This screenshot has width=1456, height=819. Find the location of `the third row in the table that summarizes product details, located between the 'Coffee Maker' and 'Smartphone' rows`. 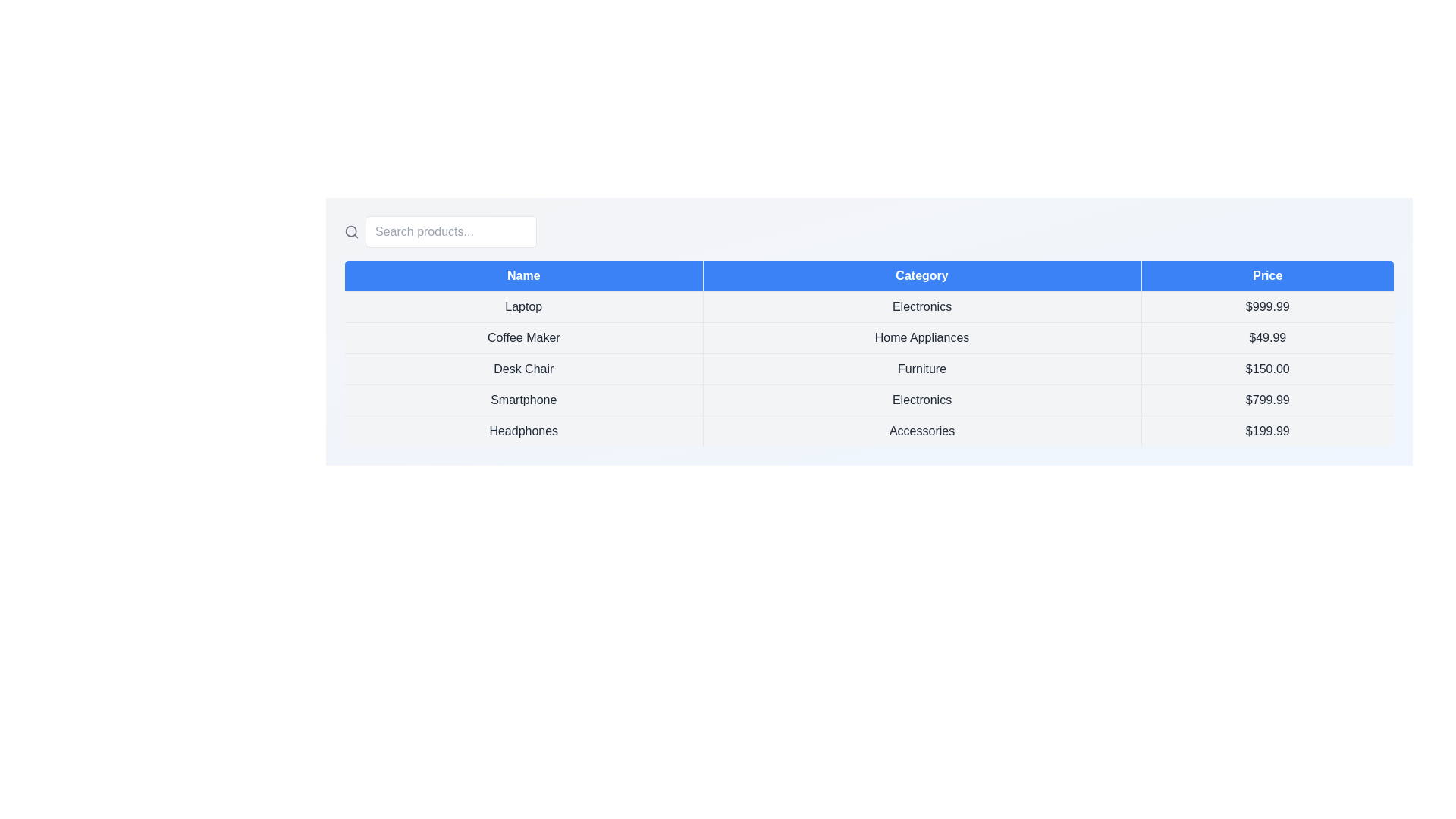

the third row in the table that summarizes product details, located between the 'Coffee Maker' and 'Smartphone' rows is located at coordinates (869, 369).